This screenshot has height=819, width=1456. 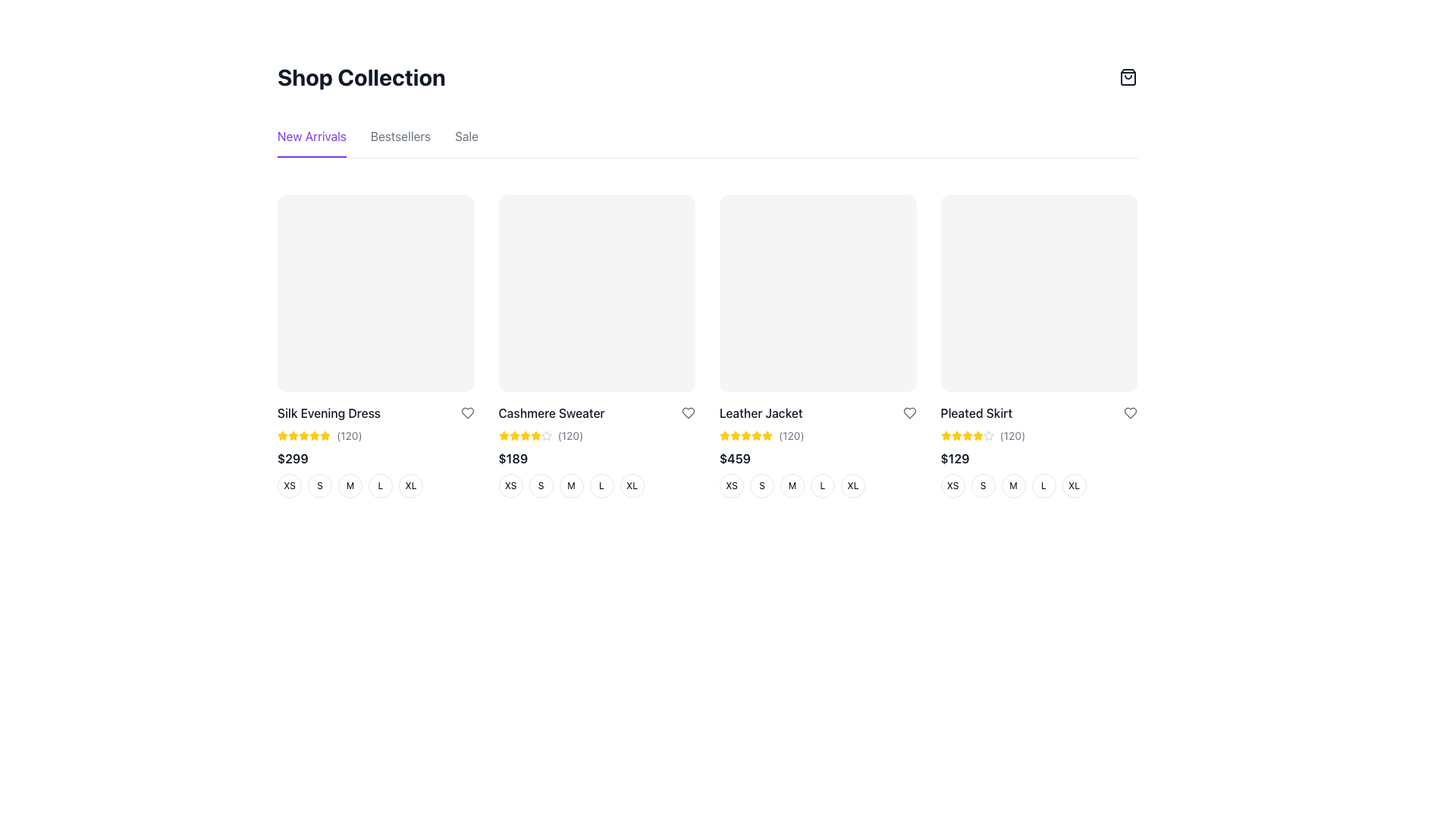 What do you see at coordinates (303, 435) in the screenshot?
I see `the fifth star icon, which is part of the rating system for the Silk Evening Dress, located just below the product image and above the price label` at bounding box center [303, 435].